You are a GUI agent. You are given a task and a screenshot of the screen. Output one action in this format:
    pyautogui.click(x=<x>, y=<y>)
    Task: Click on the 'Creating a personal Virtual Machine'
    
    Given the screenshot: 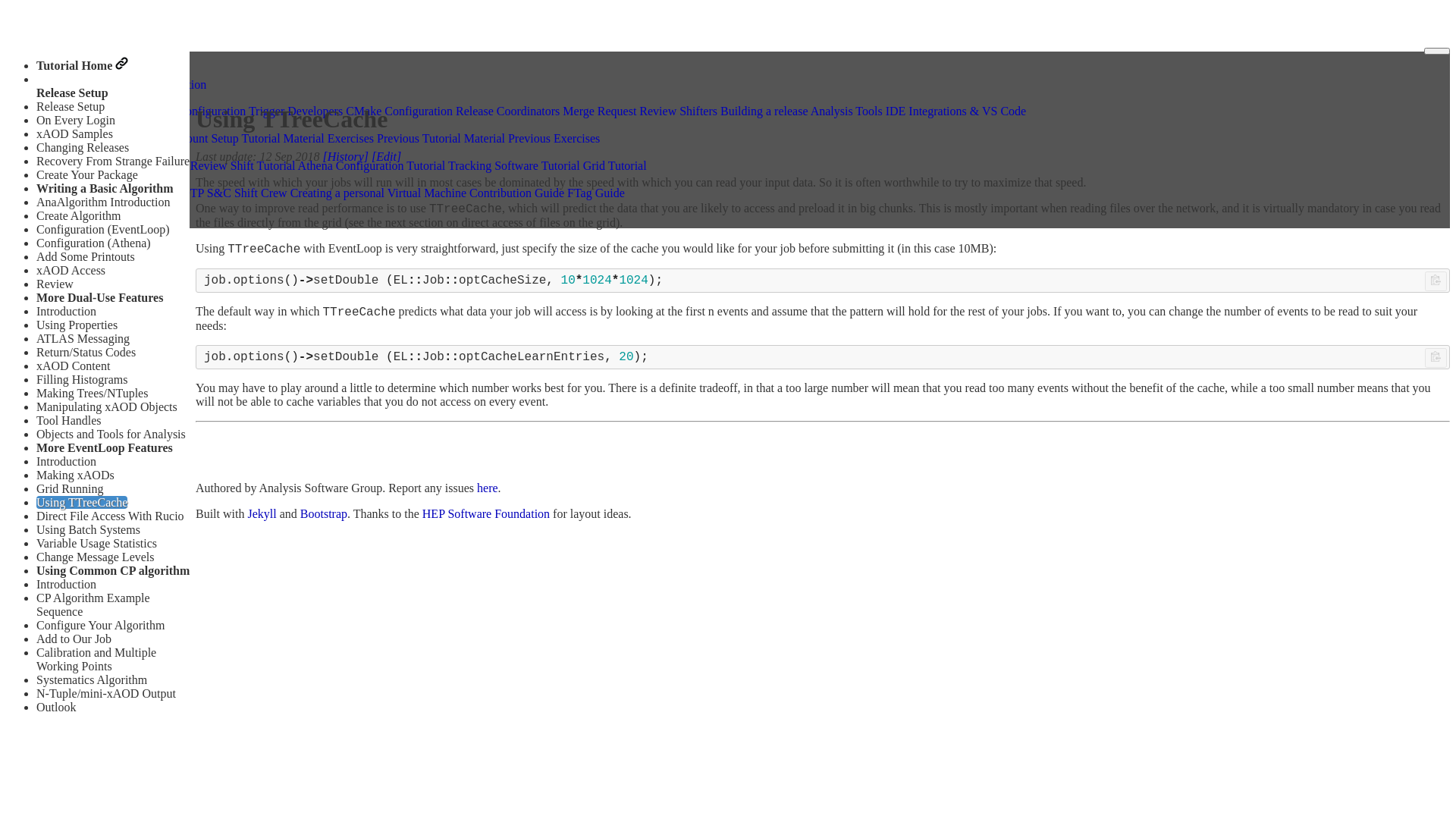 What is the action you would take?
    pyautogui.click(x=378, y=192)
    